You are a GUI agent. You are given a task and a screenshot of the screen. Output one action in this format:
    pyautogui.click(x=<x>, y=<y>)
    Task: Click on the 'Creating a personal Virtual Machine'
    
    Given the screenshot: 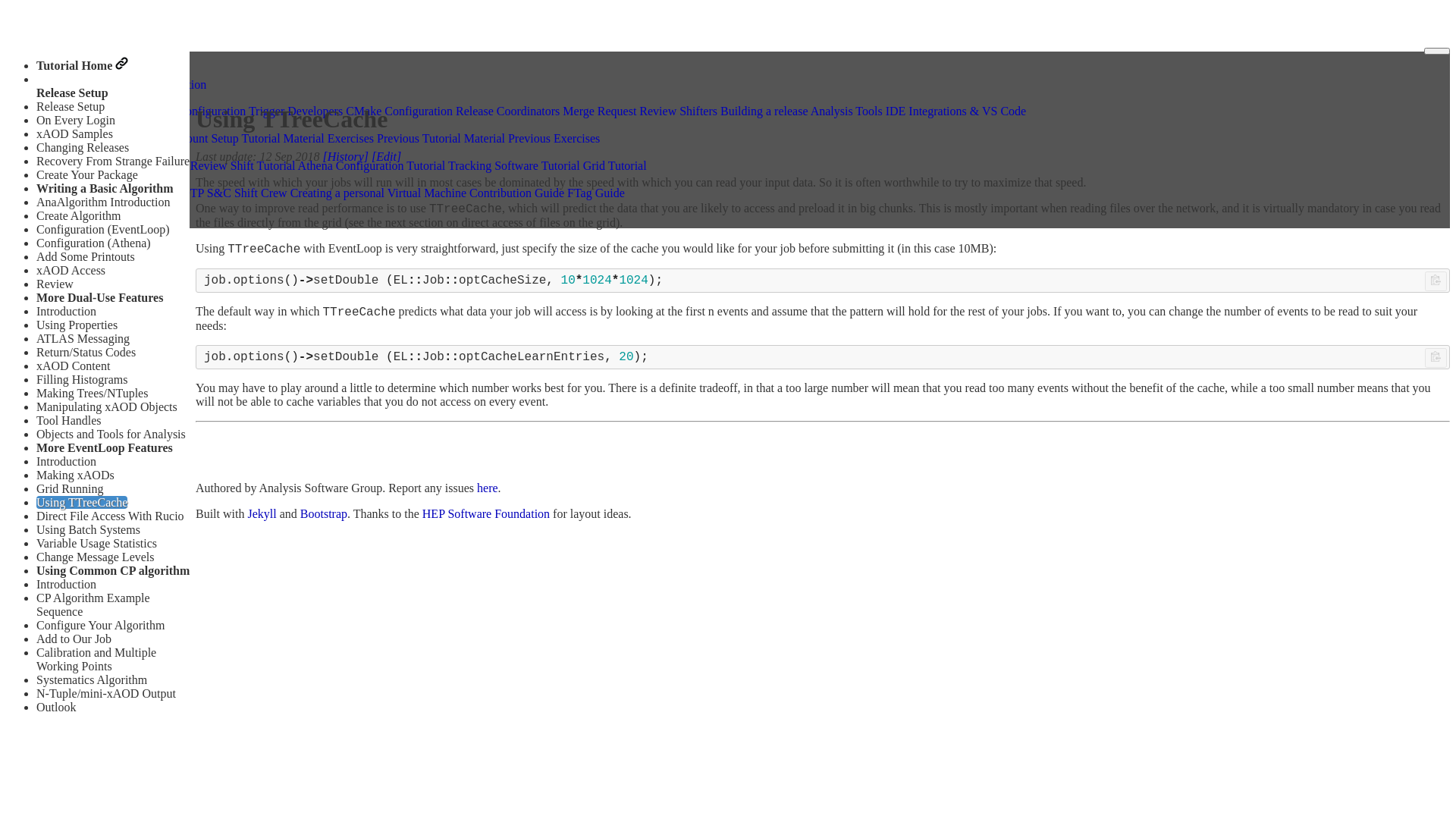 What is the action you would take?
    pyautogui.click(x=378, y=192)
    